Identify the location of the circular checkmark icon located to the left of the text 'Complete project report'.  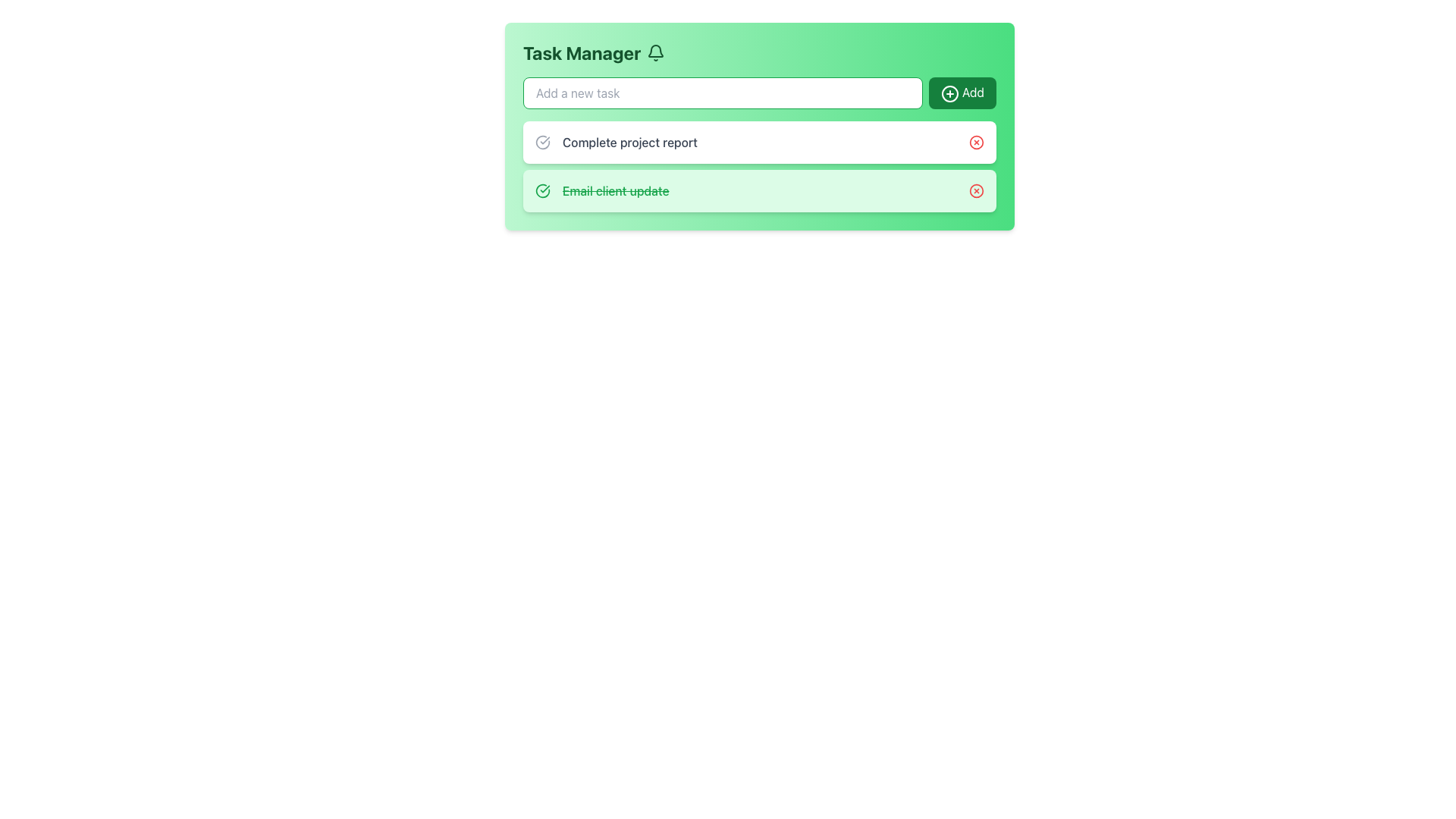
(542, 143).